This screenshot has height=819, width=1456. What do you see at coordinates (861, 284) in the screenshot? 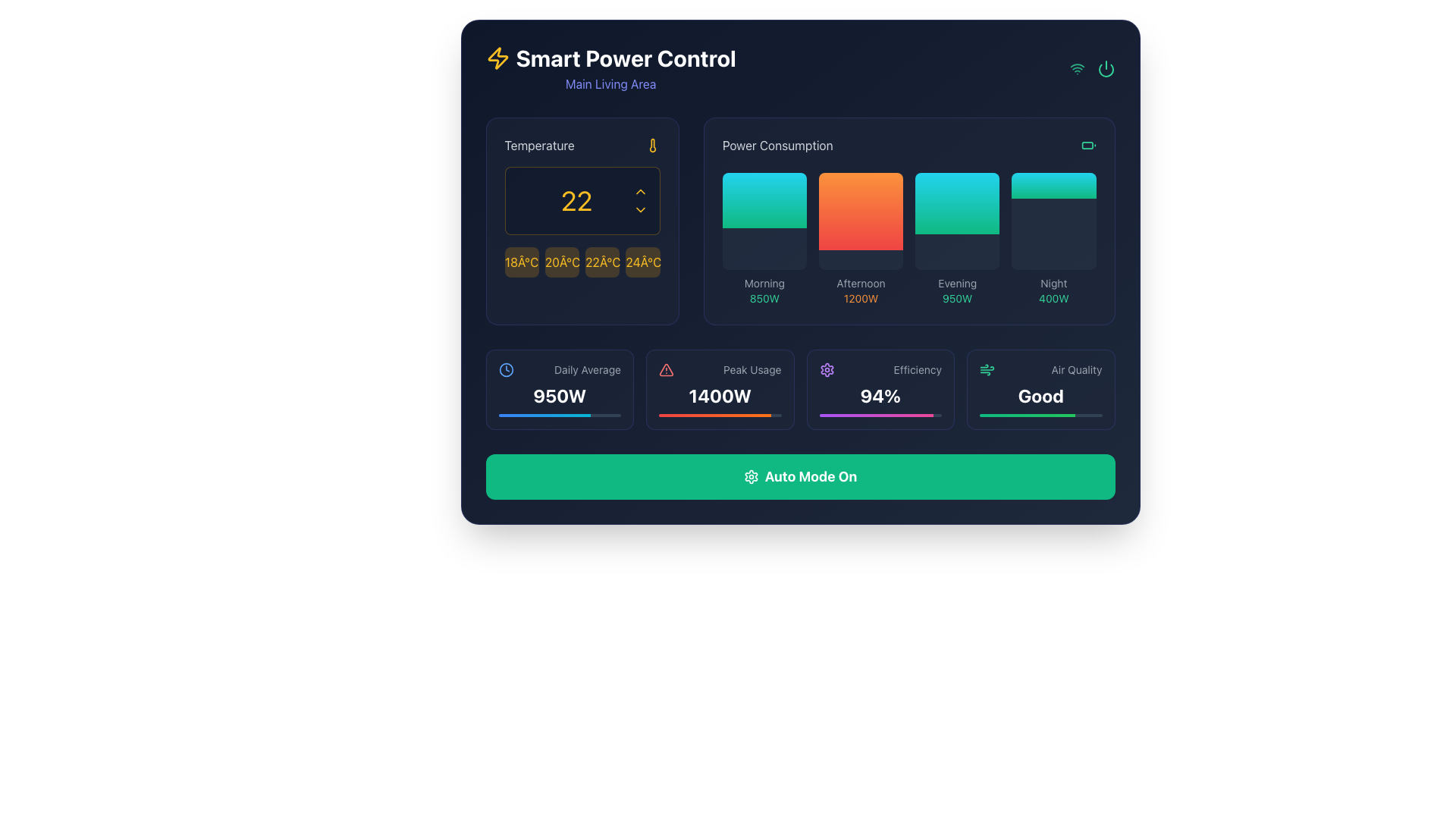
I see `the text label displaying 'Afternoon'` at bounding box center [861, 284].